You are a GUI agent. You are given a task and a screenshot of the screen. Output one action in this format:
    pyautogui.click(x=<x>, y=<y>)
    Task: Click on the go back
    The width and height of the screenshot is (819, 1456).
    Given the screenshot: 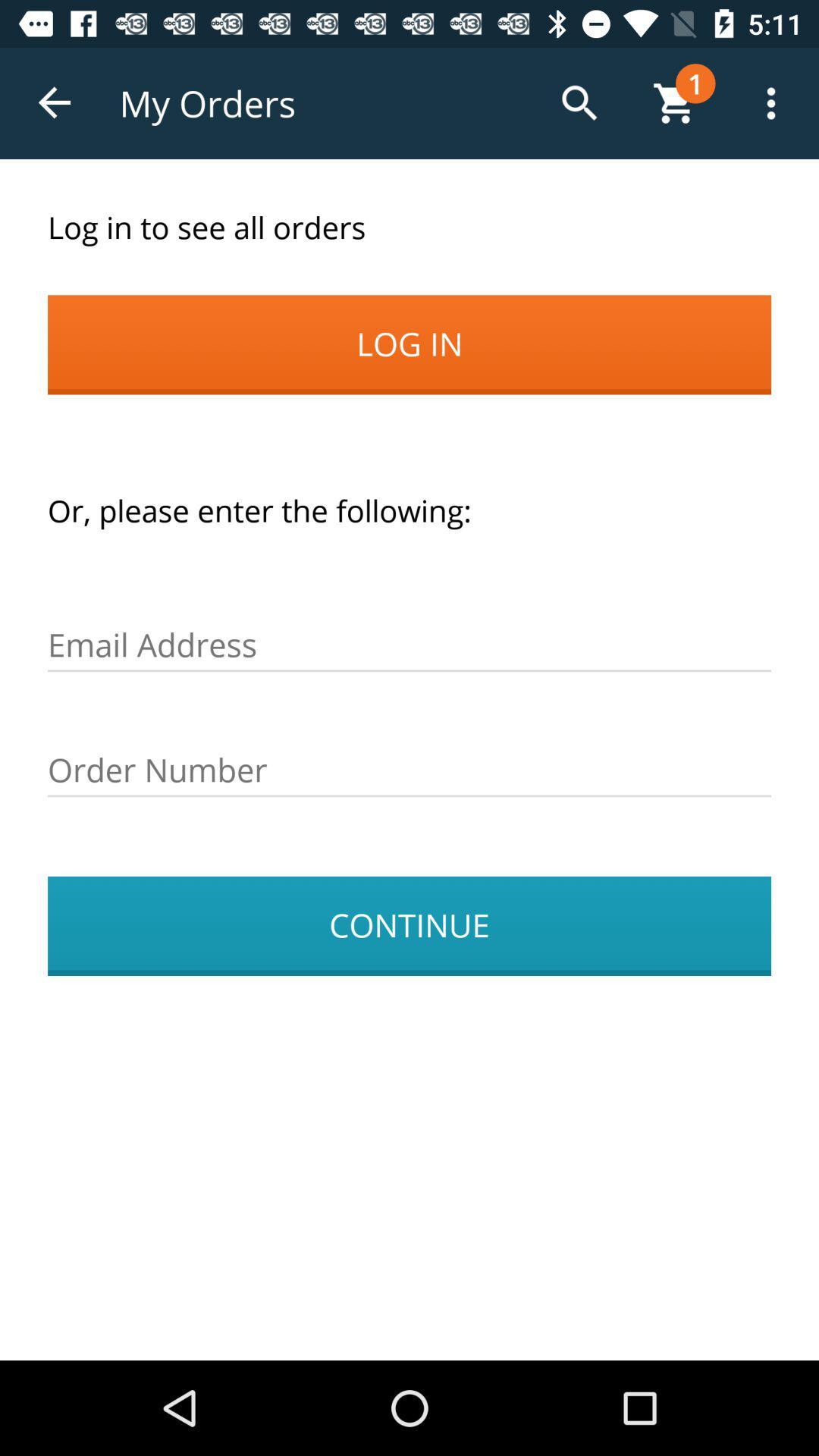 What is the action you would take?
    pyautogui.click(x=55, y=102)
    